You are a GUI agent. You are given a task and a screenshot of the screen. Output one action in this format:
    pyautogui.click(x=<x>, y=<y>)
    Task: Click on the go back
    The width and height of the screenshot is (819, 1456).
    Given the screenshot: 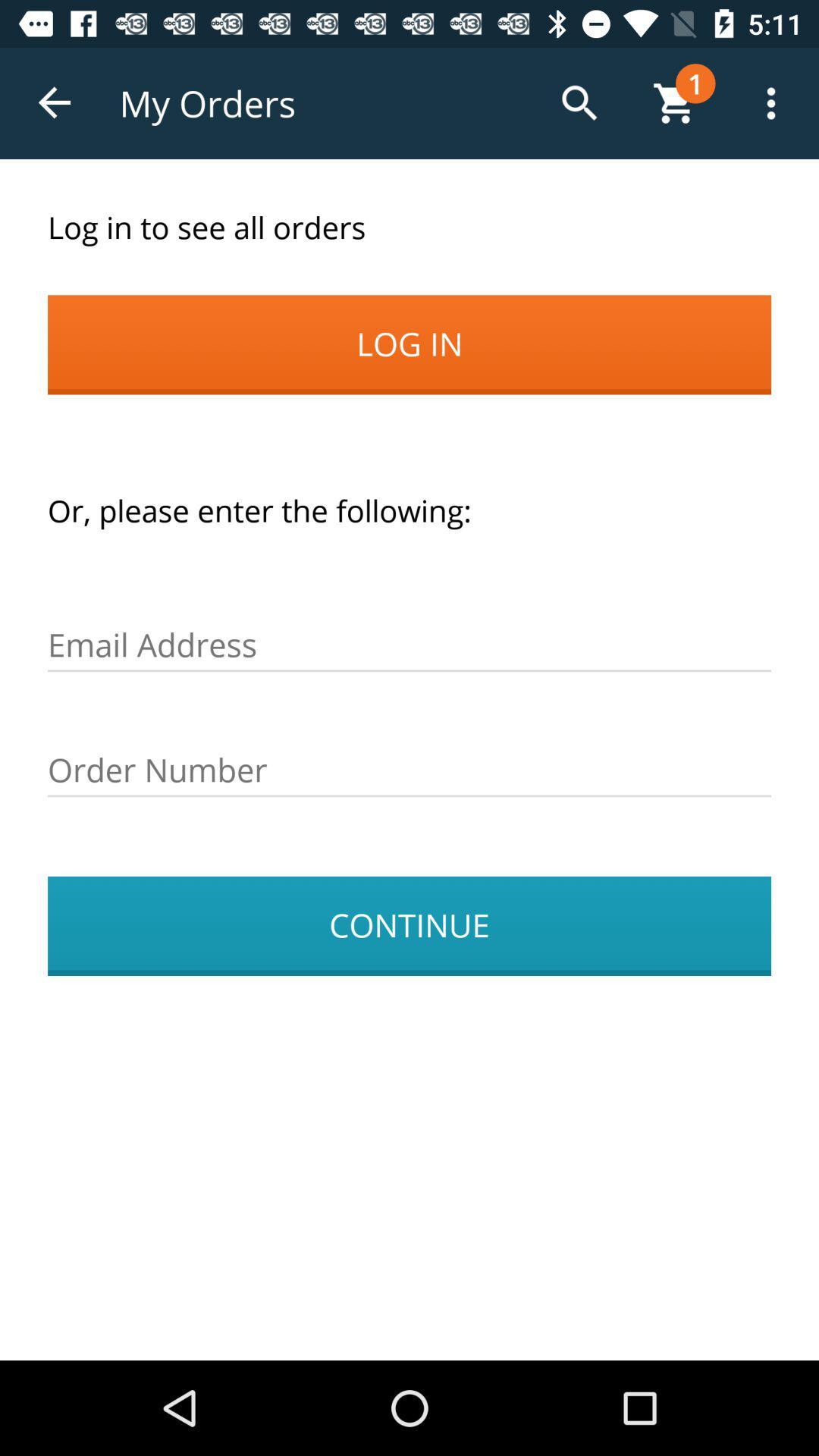 What is the action you would take?
    pyautogui.click(x=55, y=102)
    